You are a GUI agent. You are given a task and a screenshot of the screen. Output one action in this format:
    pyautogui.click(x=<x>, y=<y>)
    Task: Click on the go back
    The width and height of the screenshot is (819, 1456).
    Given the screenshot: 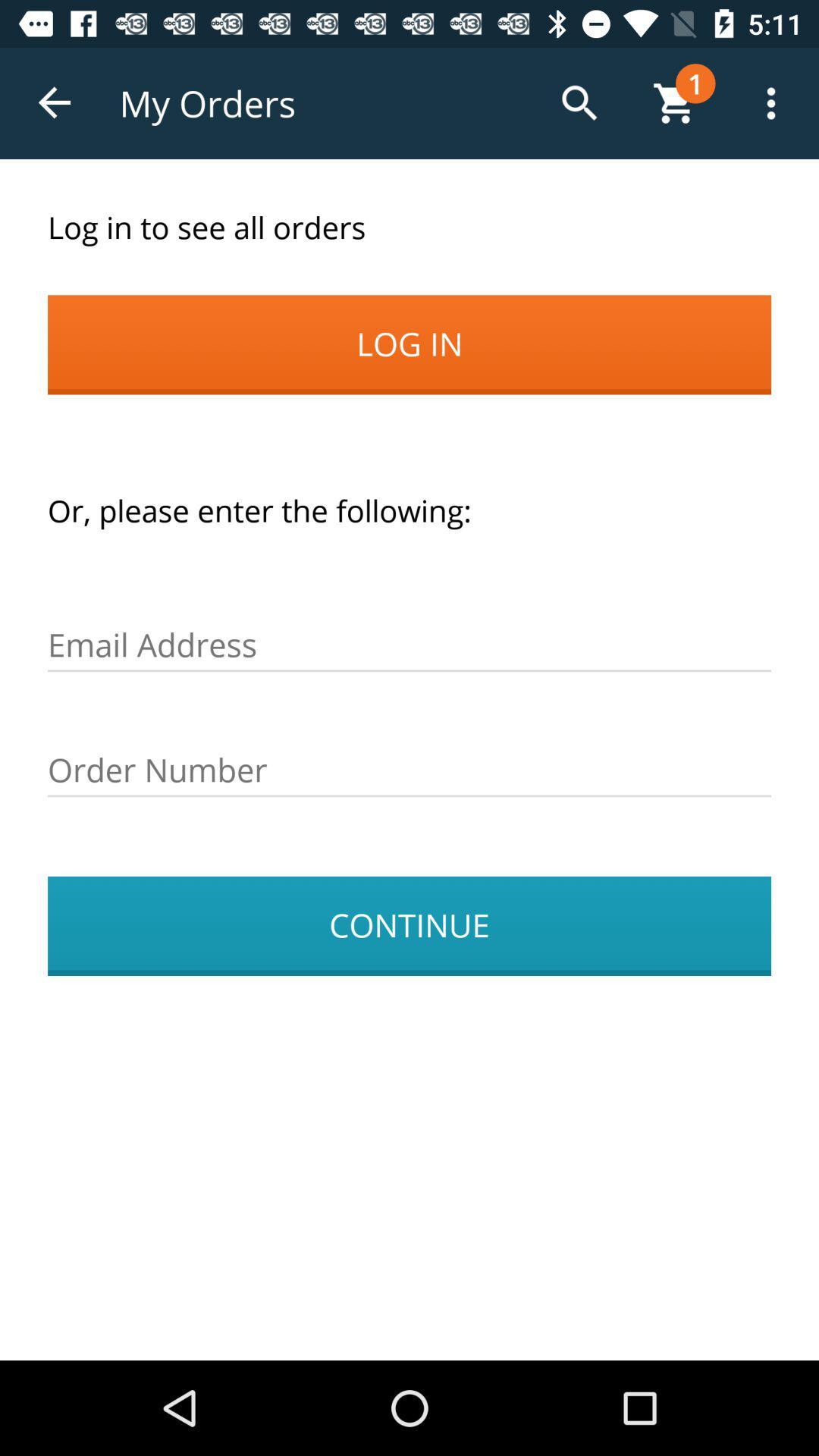 What is the action you would take?
    pyautogui.click(x=55, y=102)
    